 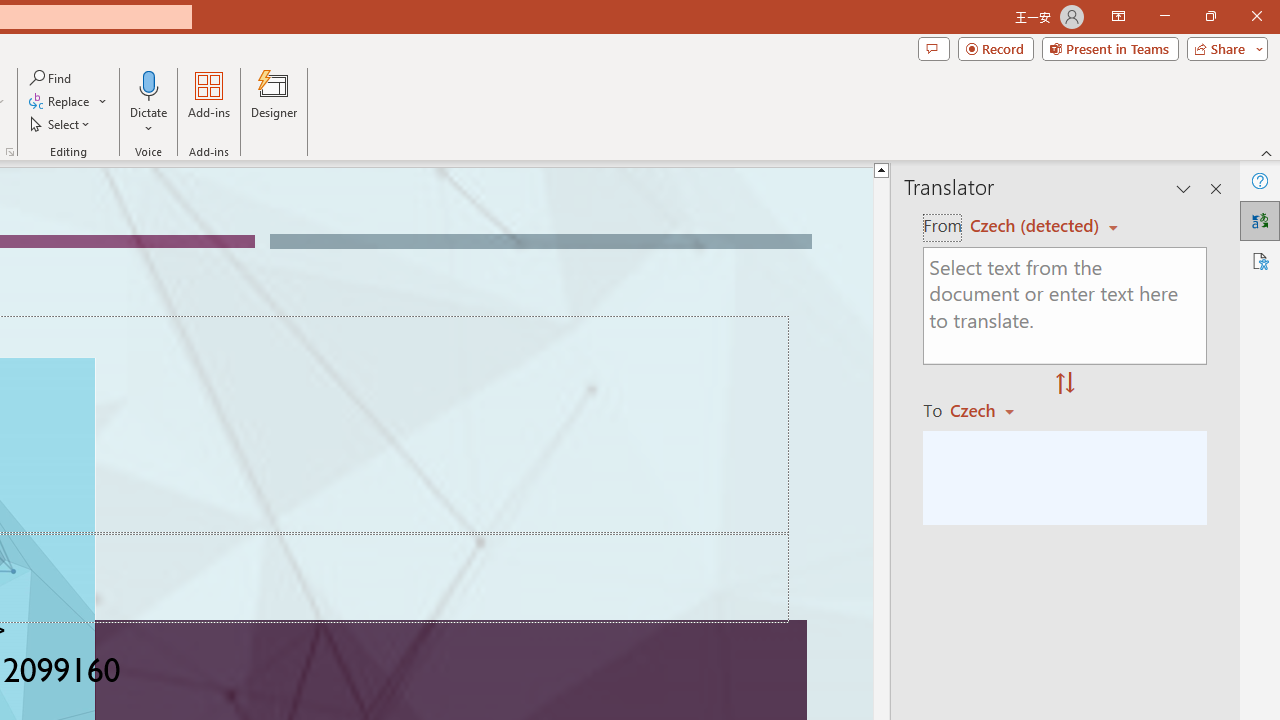 What do you see at coordinates (991, 409) in the screenshot?
I see `'Czech'` at bounding box center [991, 409].